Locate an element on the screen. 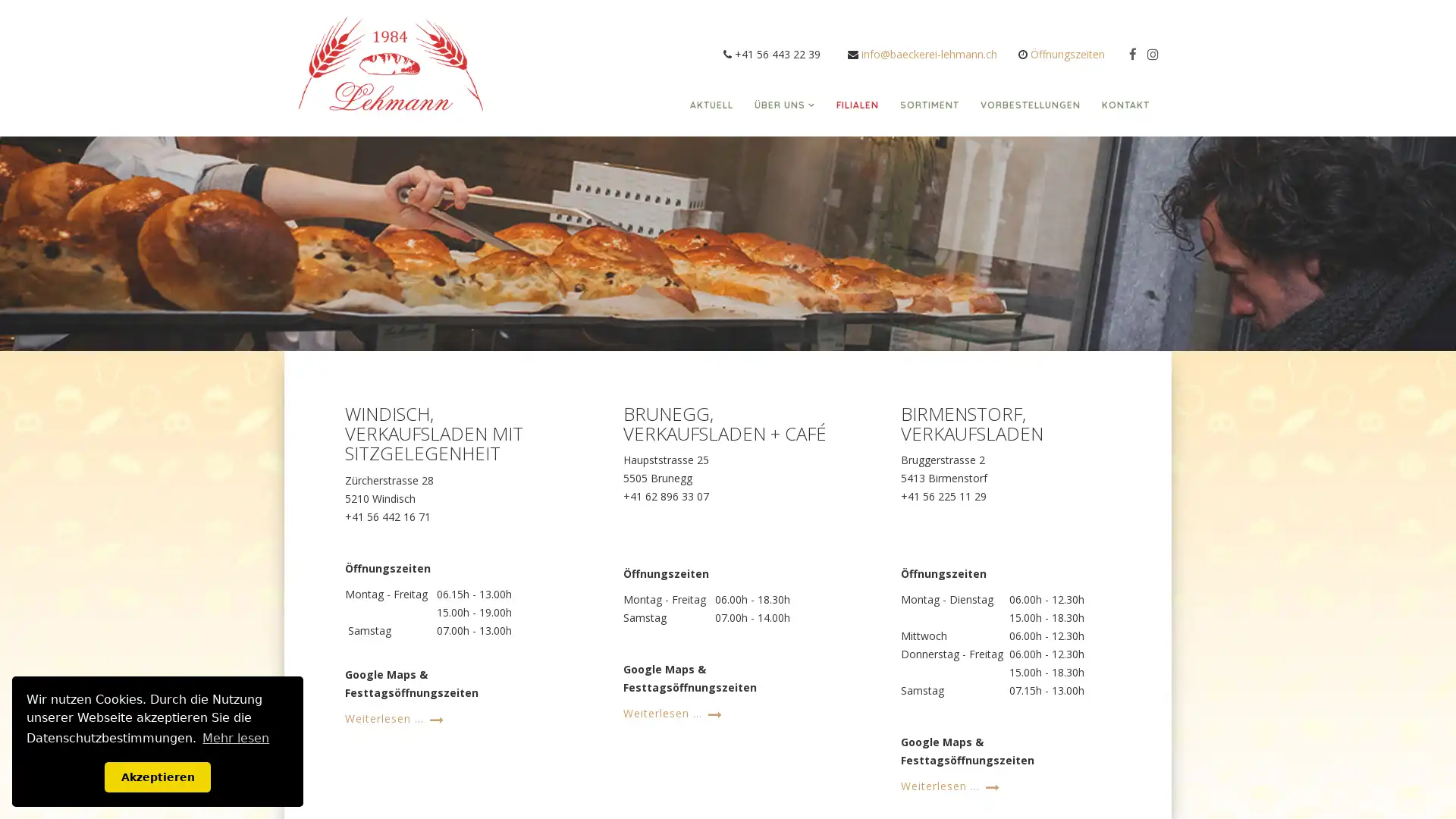  dismiss cookie message is located at coordinates (157, 777).